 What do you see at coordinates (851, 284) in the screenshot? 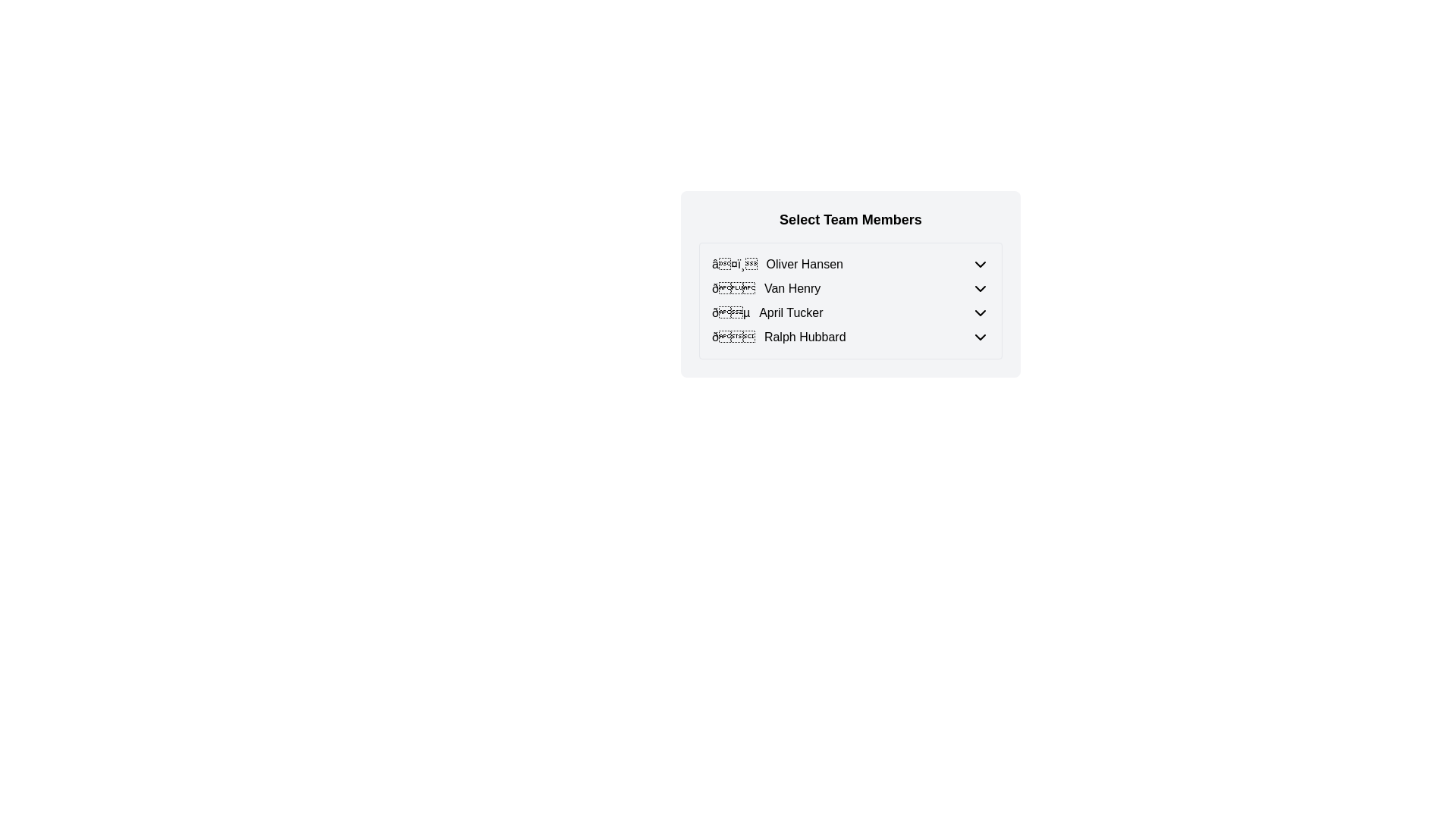
I see `the second list item 'Van Henry' in the 'Select Team Members' card to highlight or select the team member` at bounding box center [851, 284].